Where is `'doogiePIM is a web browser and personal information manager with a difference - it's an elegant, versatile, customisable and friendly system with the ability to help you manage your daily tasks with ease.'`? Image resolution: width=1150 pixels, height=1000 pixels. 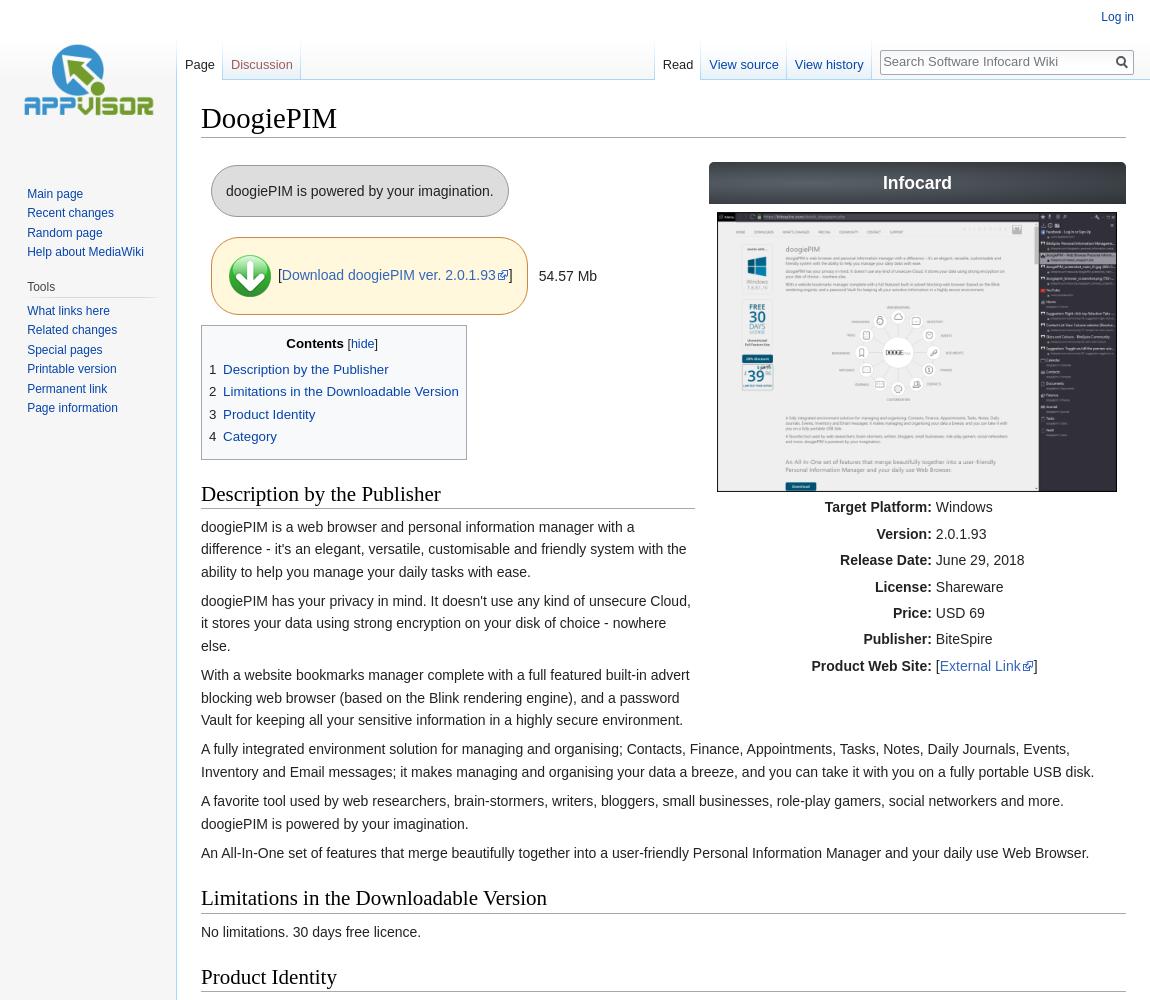
'doogiePIM is a web browser and personal information manager with a difference - it's an elegant, versatile, customisable and friendly system with the ability to help you manage your daily tasks with ease.' is located at coordinates (443, 548).